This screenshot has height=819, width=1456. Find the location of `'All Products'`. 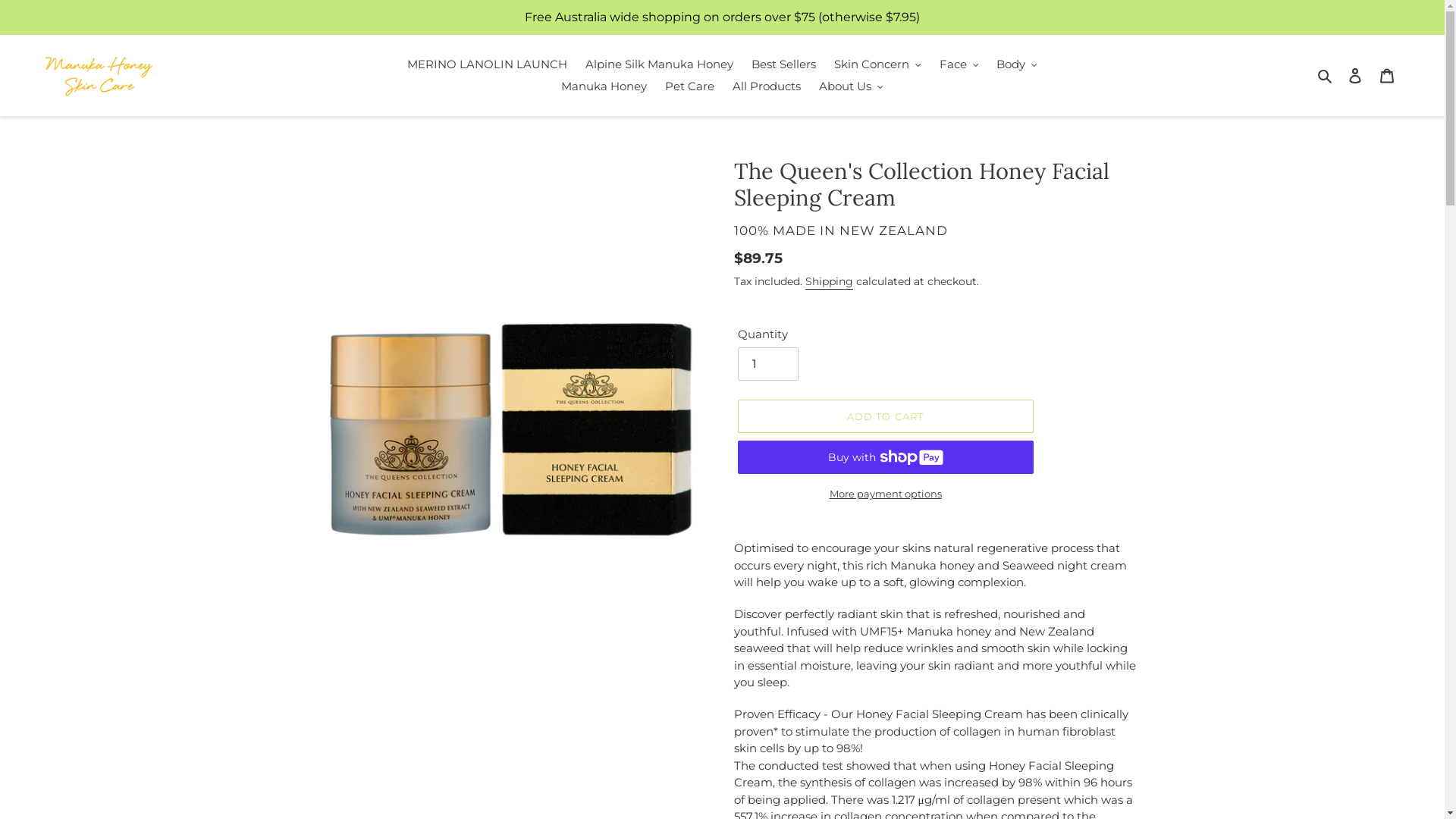

'All Products' is located at coordinates (767, 86).